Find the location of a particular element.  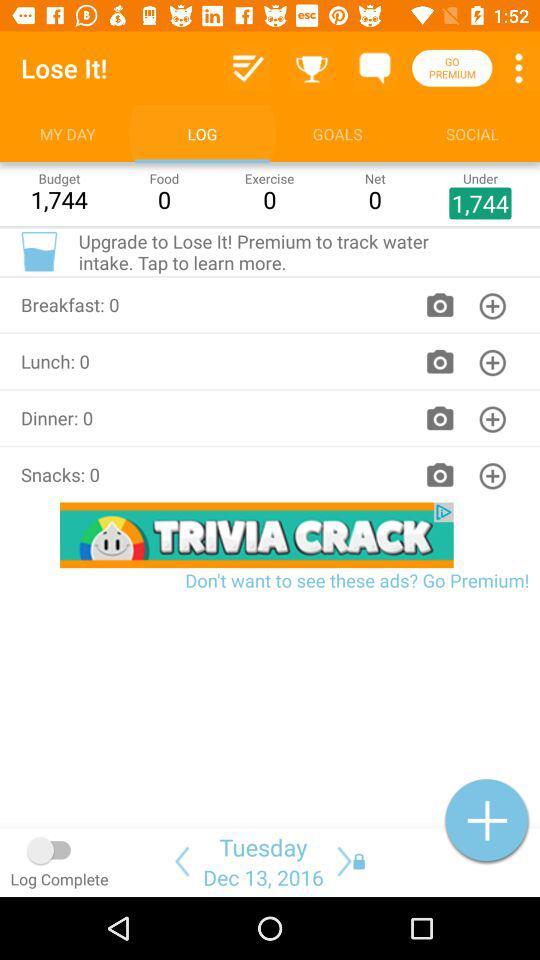

icon which is at bottom right corner of the page is located at coordinates (486, 820).